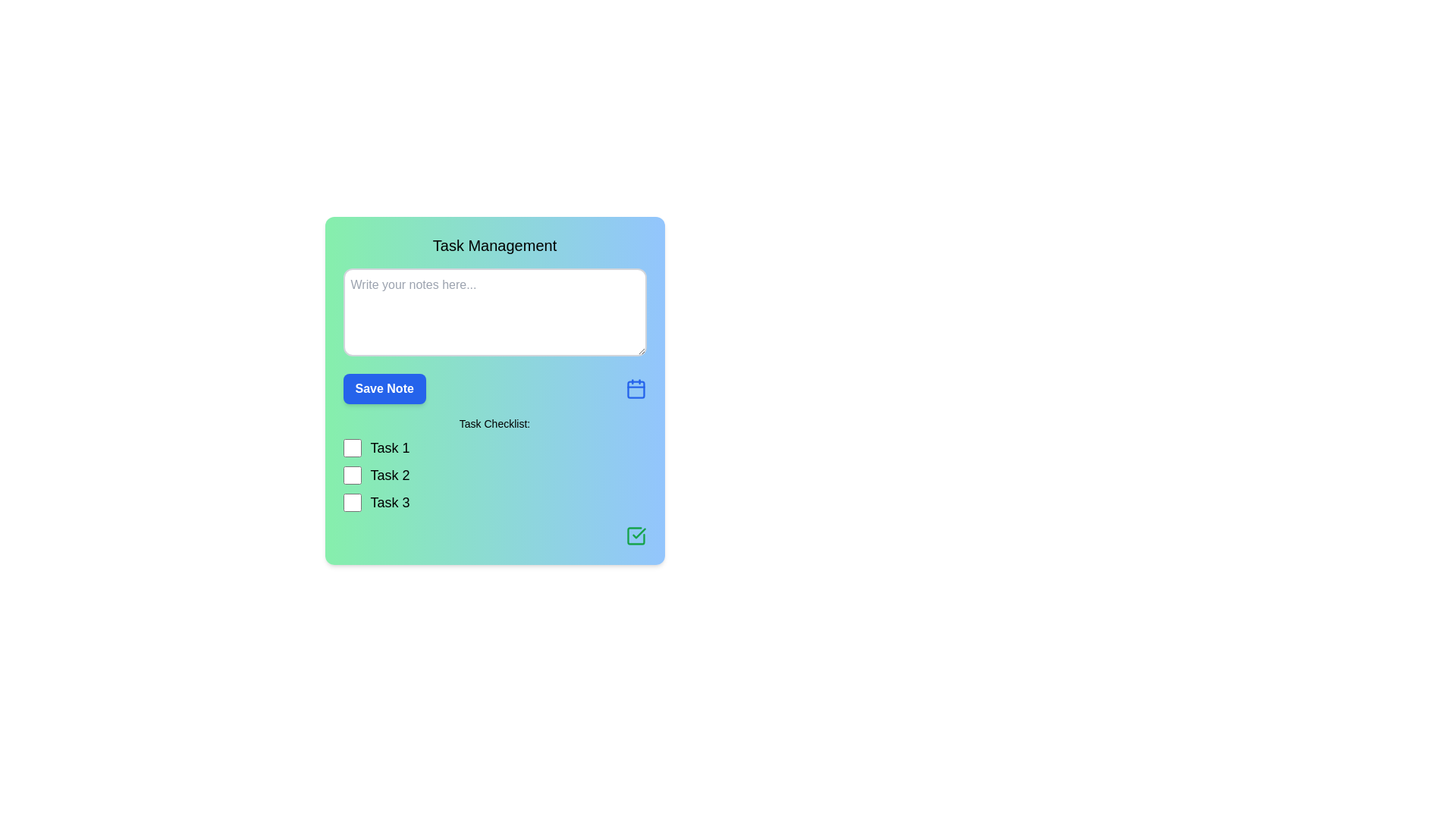 The image size is (1456, 819). I want to click on the static text label reading 'Task 2', which is styled with a bold black font and positioned within a checklist interface, located to the right of a checkbox and between 'Task 1' and 'Task 3', so click(390, 475).